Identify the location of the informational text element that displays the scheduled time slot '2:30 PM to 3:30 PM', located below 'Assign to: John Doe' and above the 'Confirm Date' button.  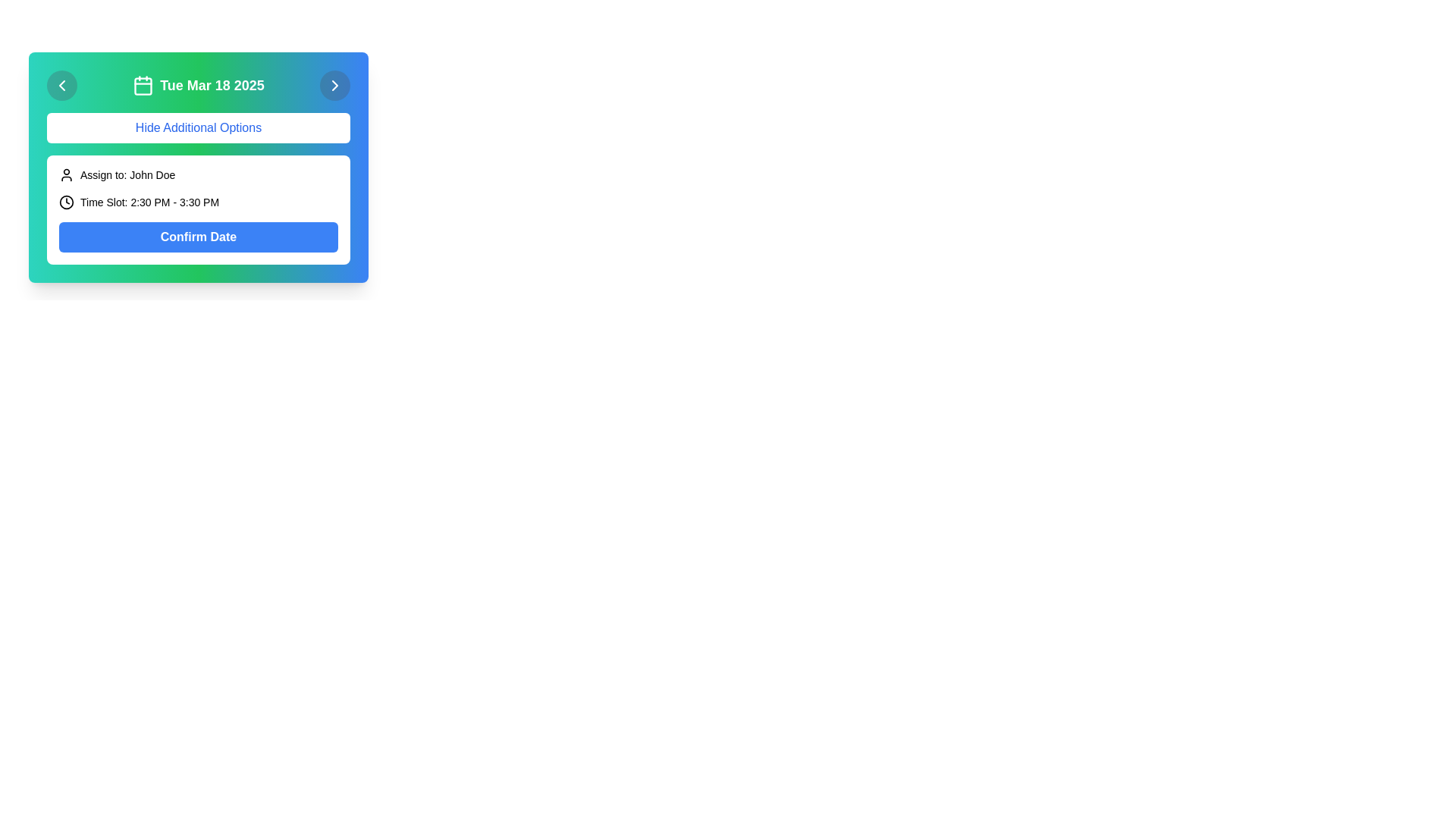
(198, 201).